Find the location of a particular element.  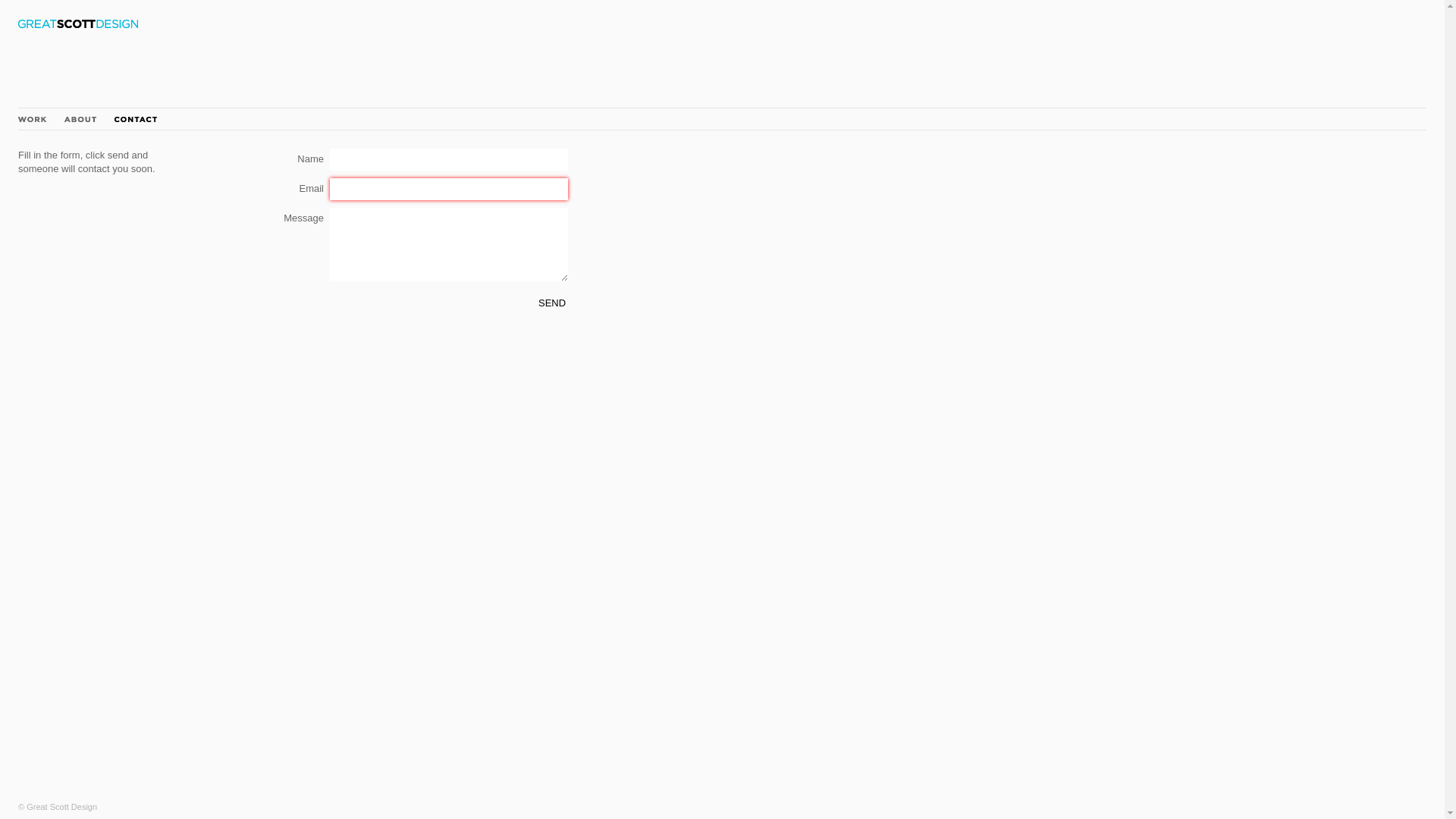

'Send' is located at coordinates (551, 303).